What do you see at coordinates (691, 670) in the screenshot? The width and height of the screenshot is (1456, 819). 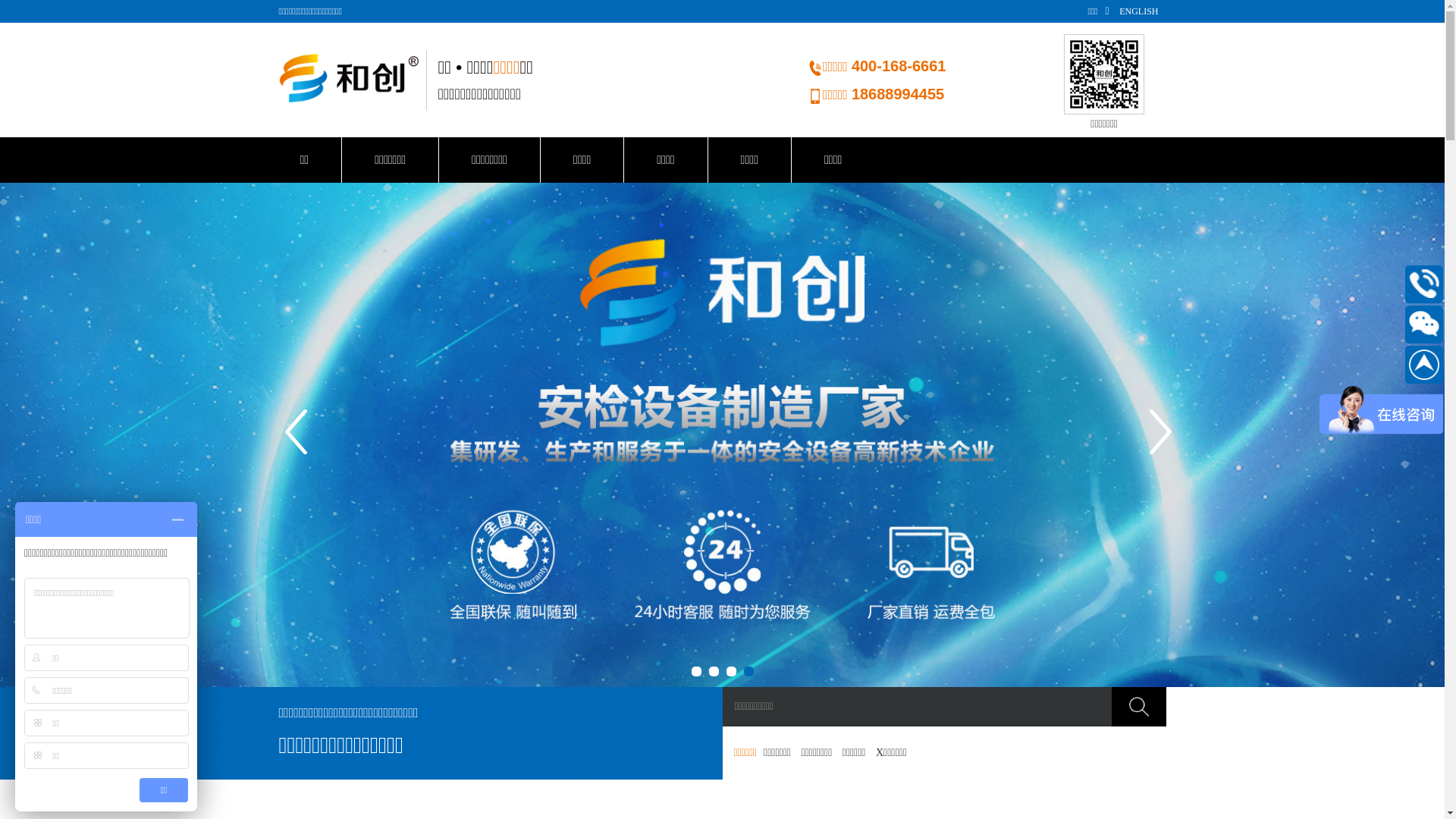 I see `'1'` at bounding box center [691, 670].